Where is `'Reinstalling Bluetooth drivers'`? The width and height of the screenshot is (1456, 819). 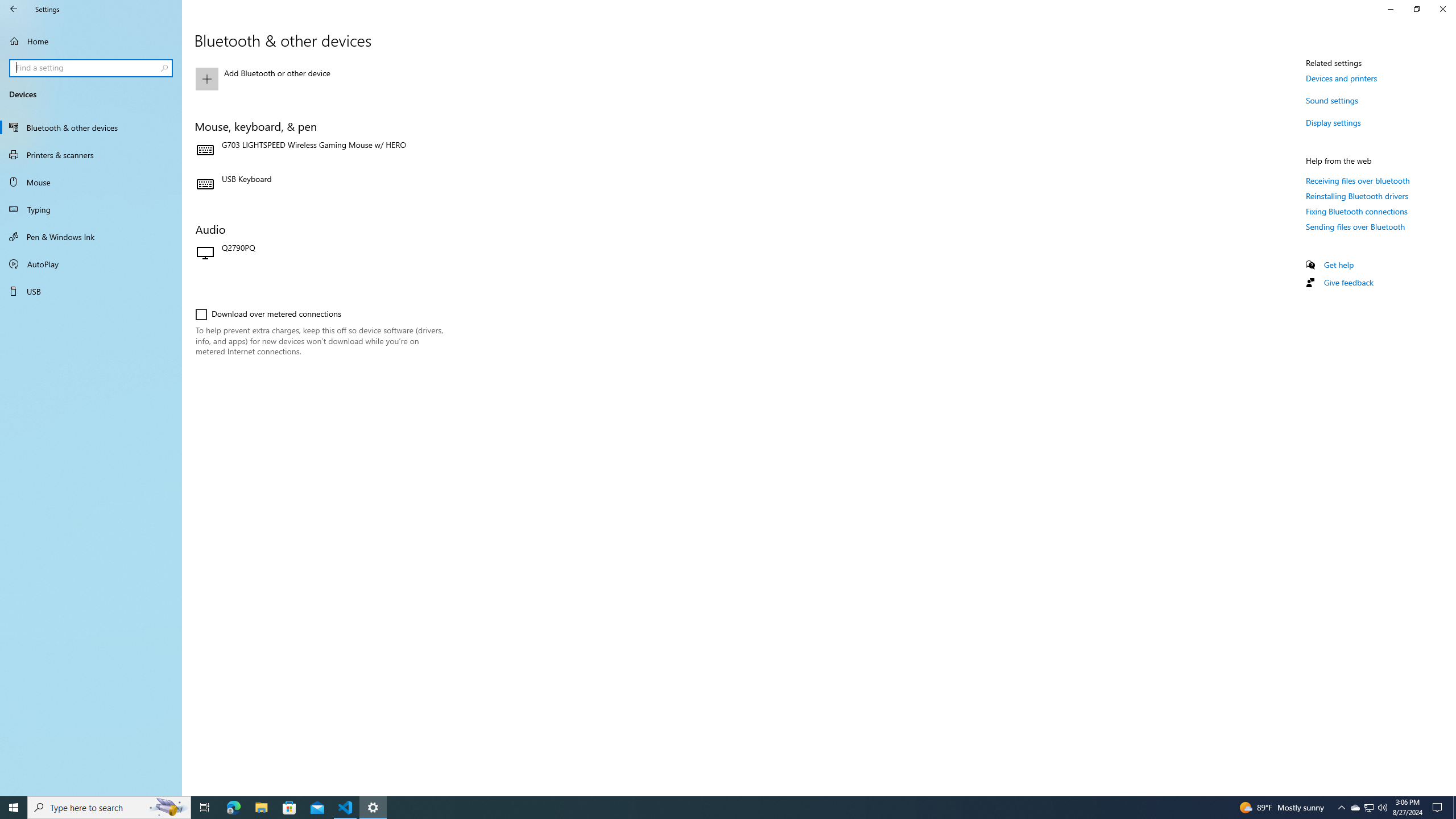
'Reinstalling Bluetooth drivers' is located at coordinates (1357, 196).